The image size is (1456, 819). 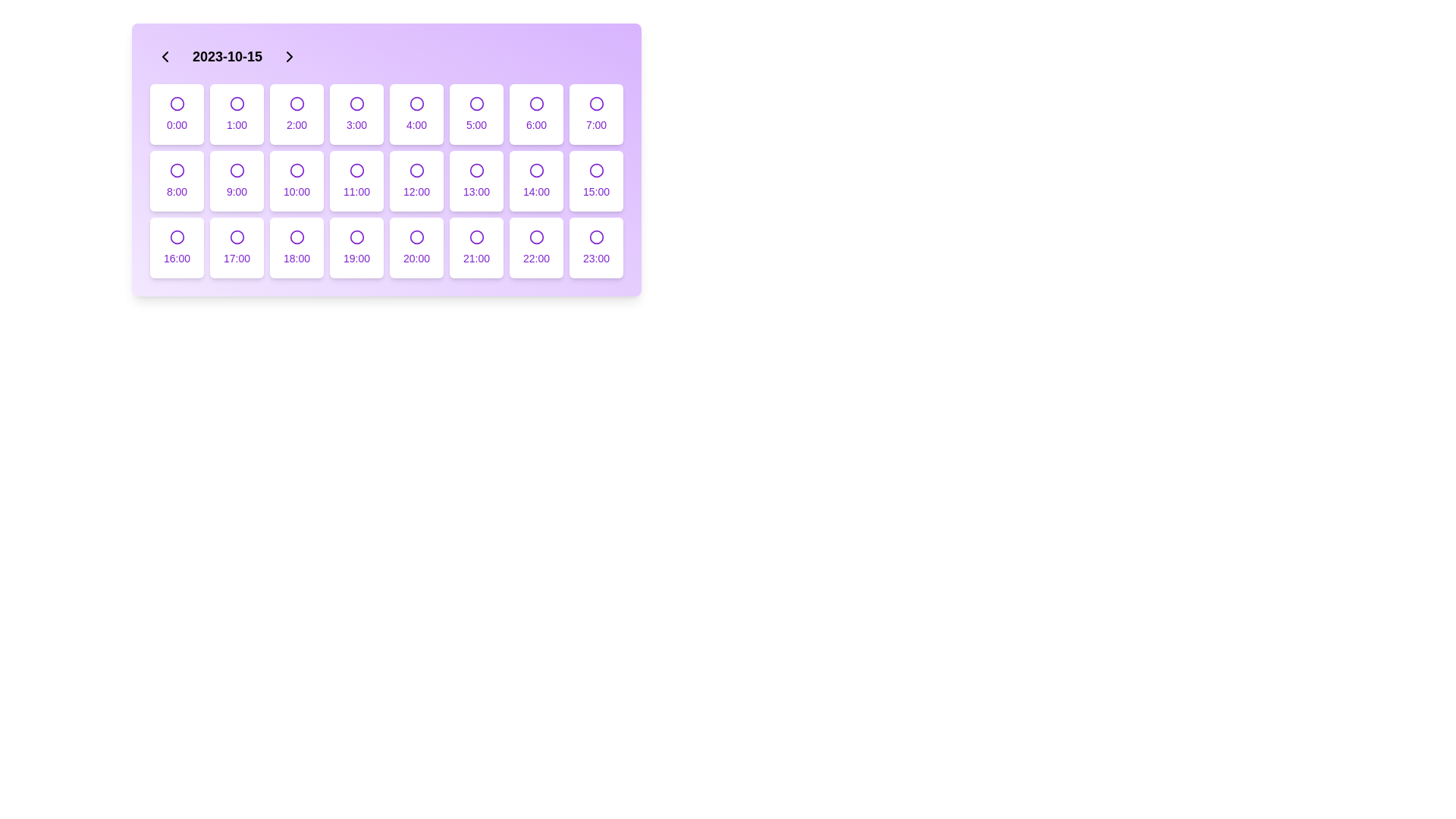 I want to click on the date display text label, which is positioned between navigational chevrons, to interact with it, so click(x=227, y=55).